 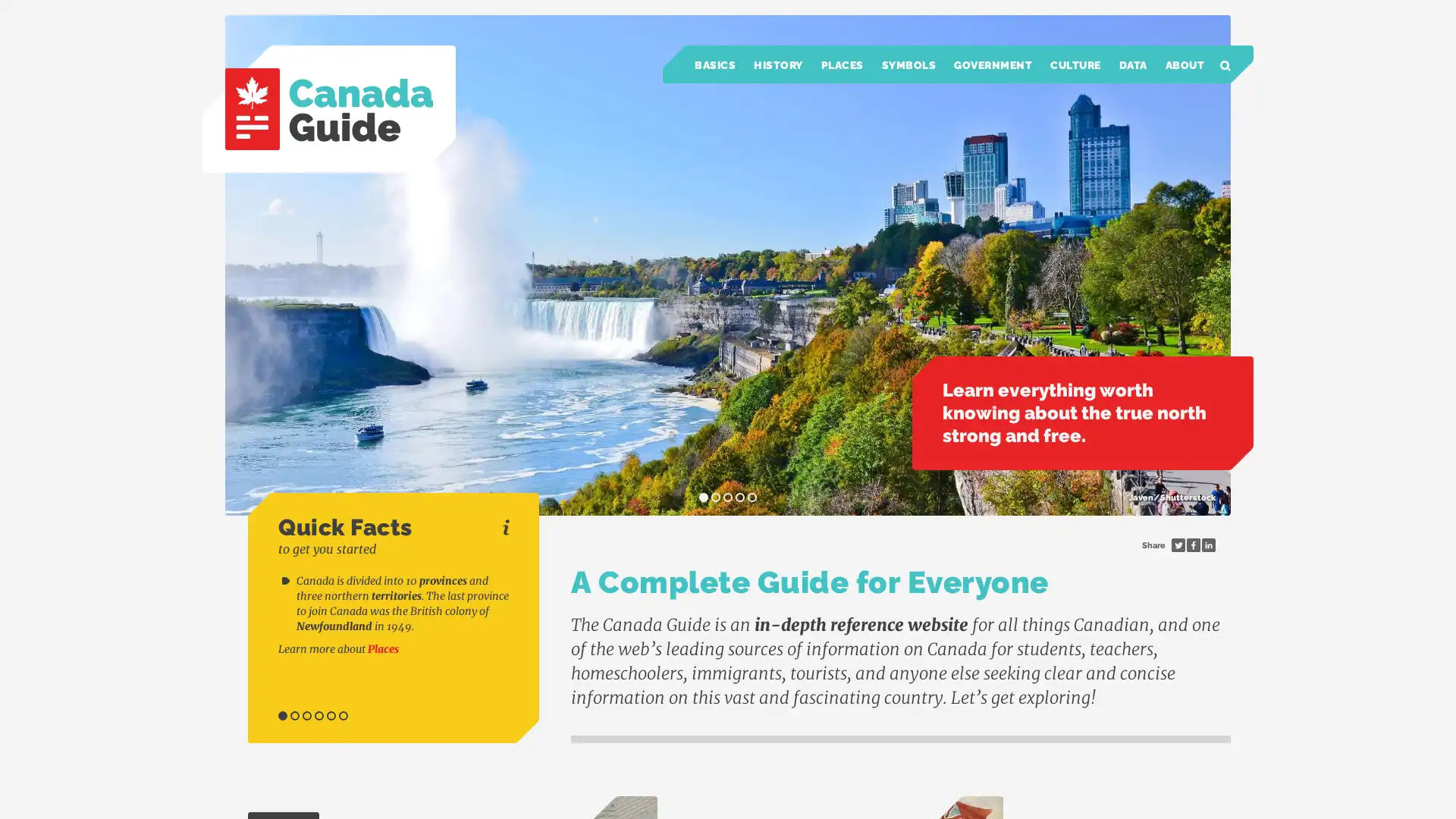 What do you see at coordinates (330, 716) in the screenshot?
I see `Go to slide 5` at bounding box center [330, 716].